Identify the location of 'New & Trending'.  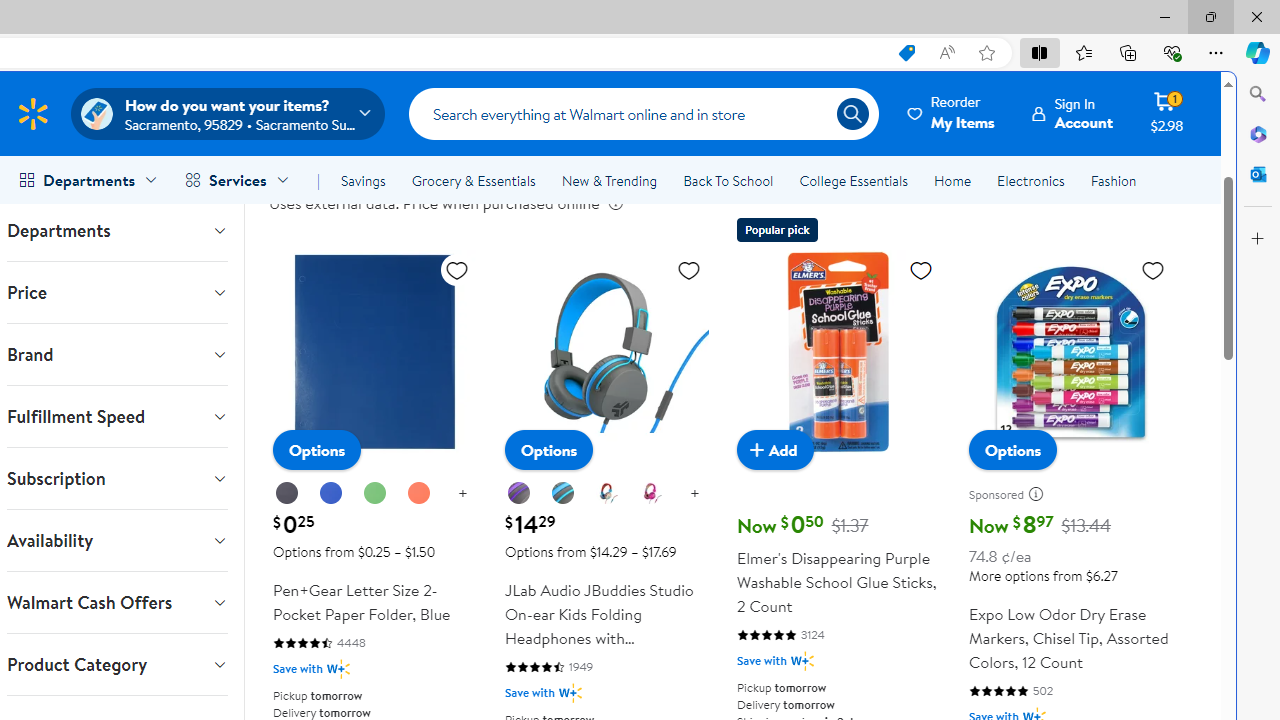
(608, 181).